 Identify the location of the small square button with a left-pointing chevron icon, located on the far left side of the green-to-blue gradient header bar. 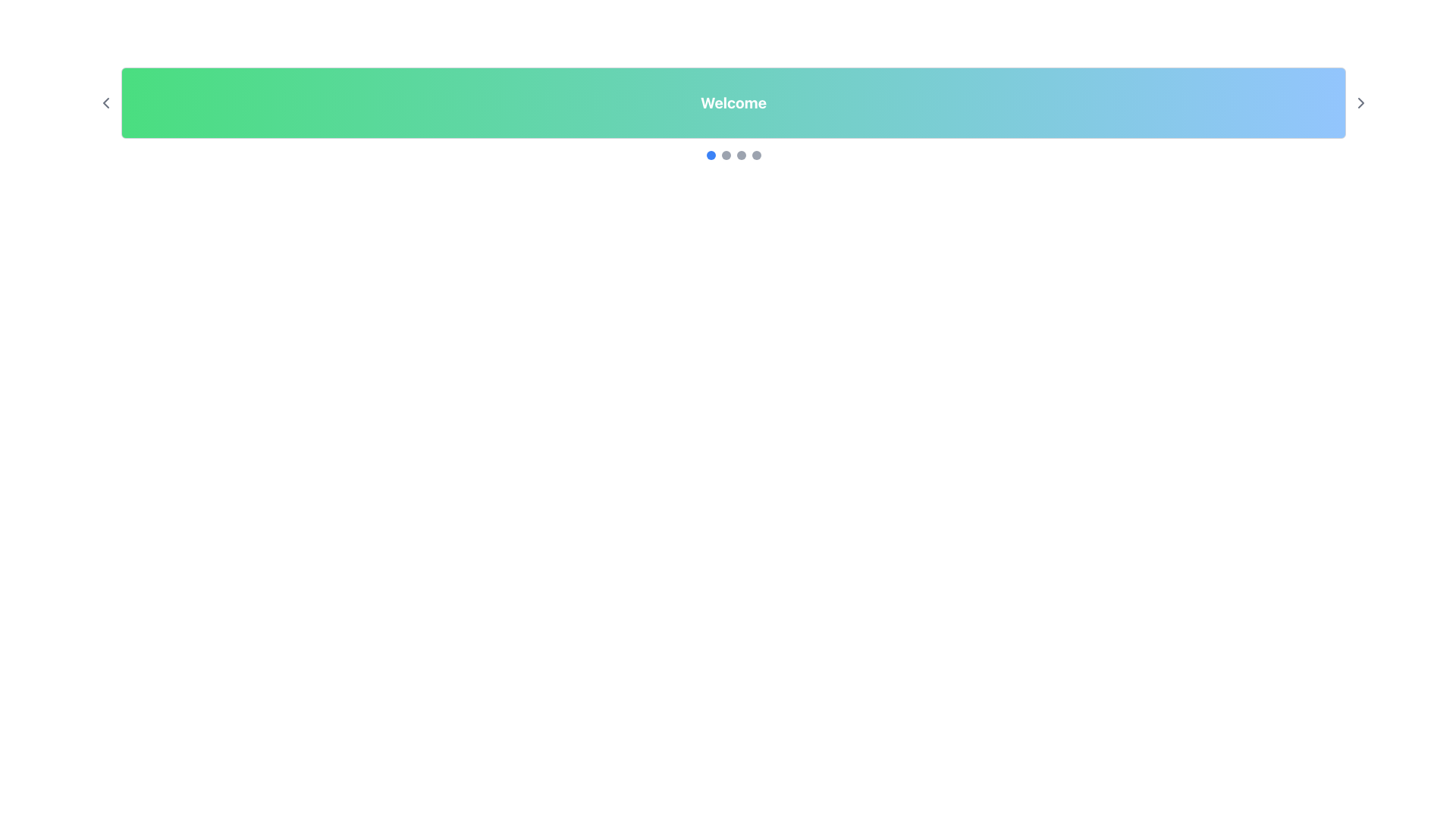
(105, 102).